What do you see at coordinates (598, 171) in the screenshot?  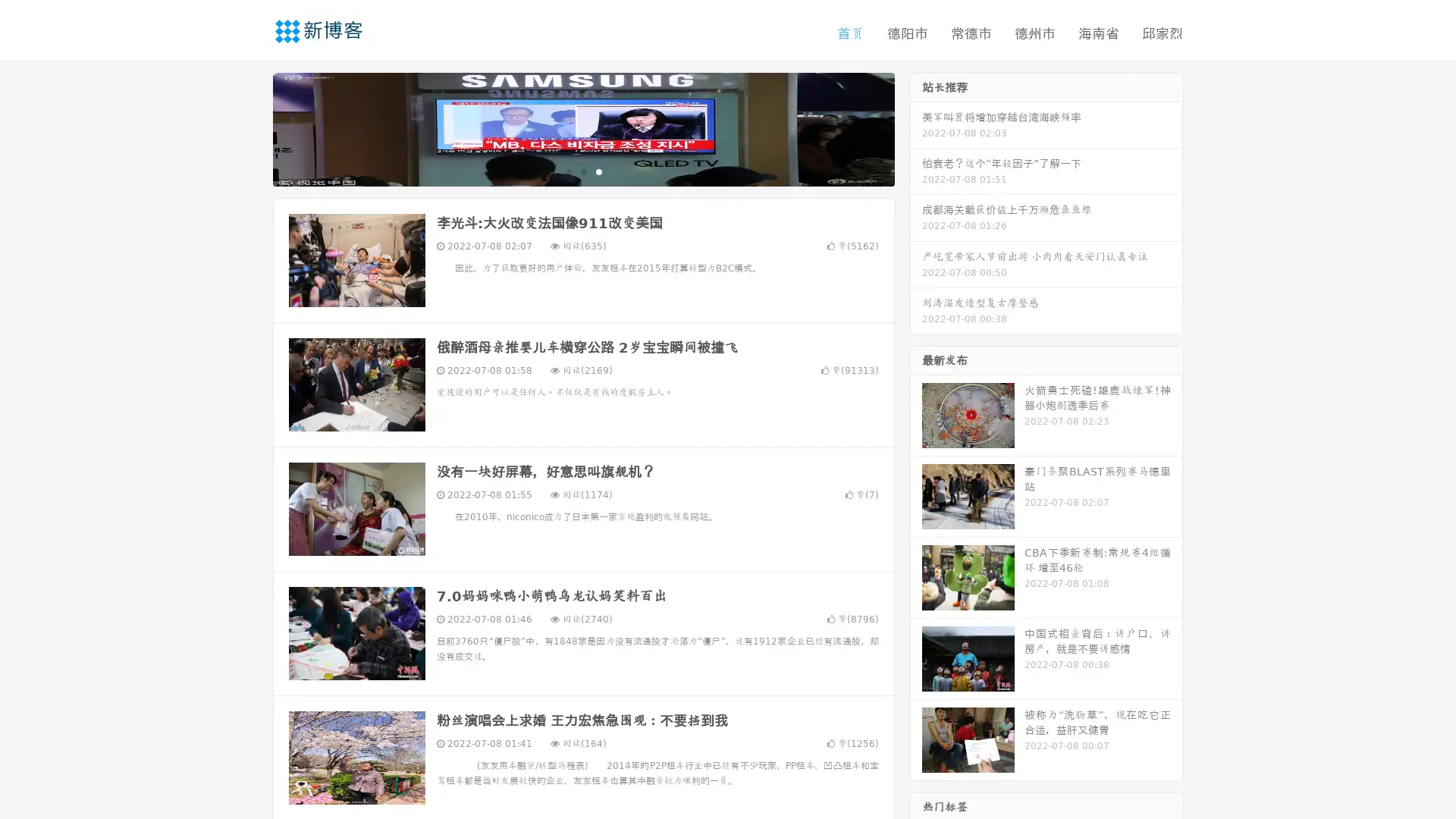 I see `Go to slide 3` at bounding box center [598, 171].